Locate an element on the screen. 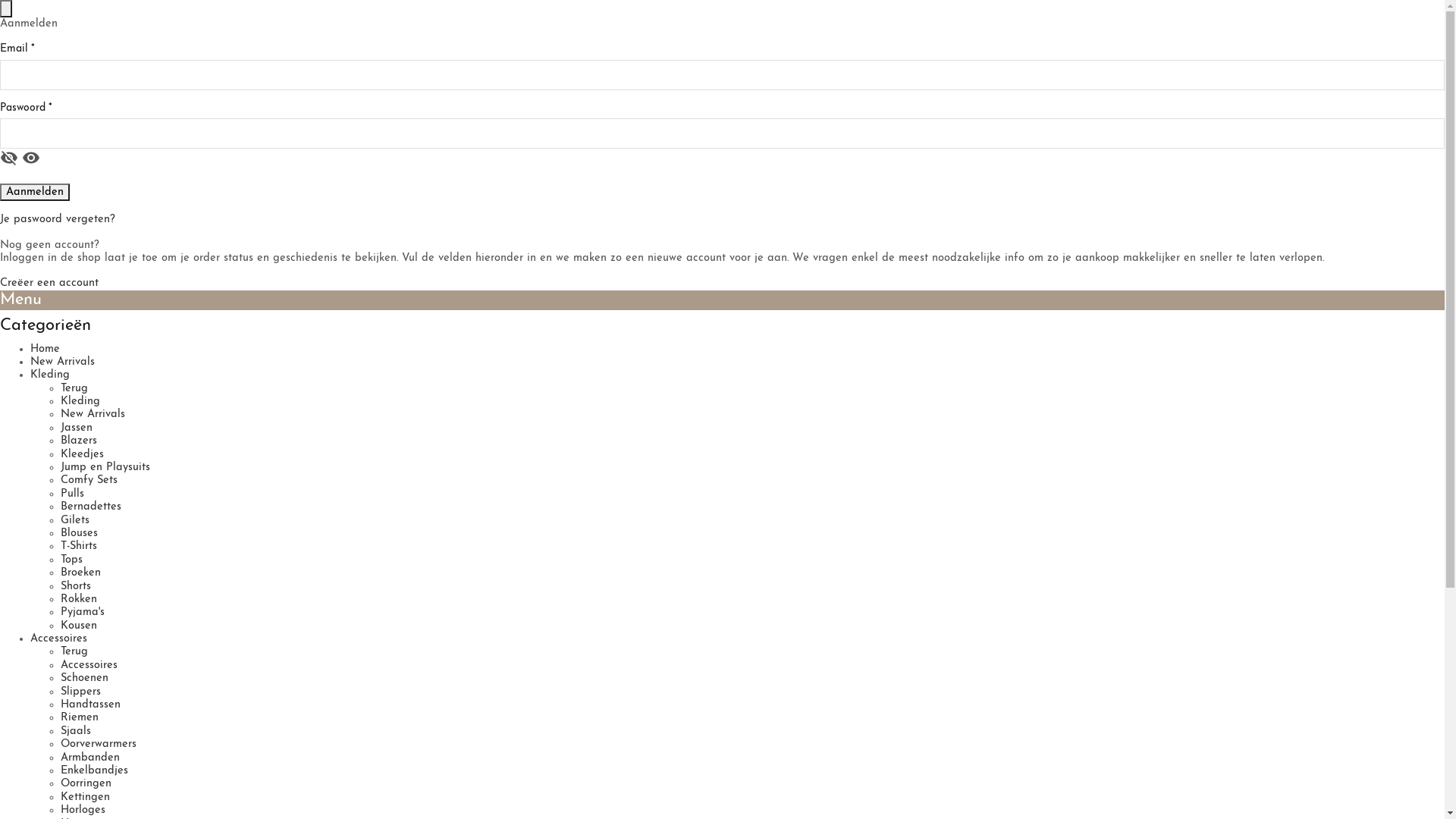 The width and height of the screenshot is (1456, 819). 'Broeken' is located at coordinates (61, 573).